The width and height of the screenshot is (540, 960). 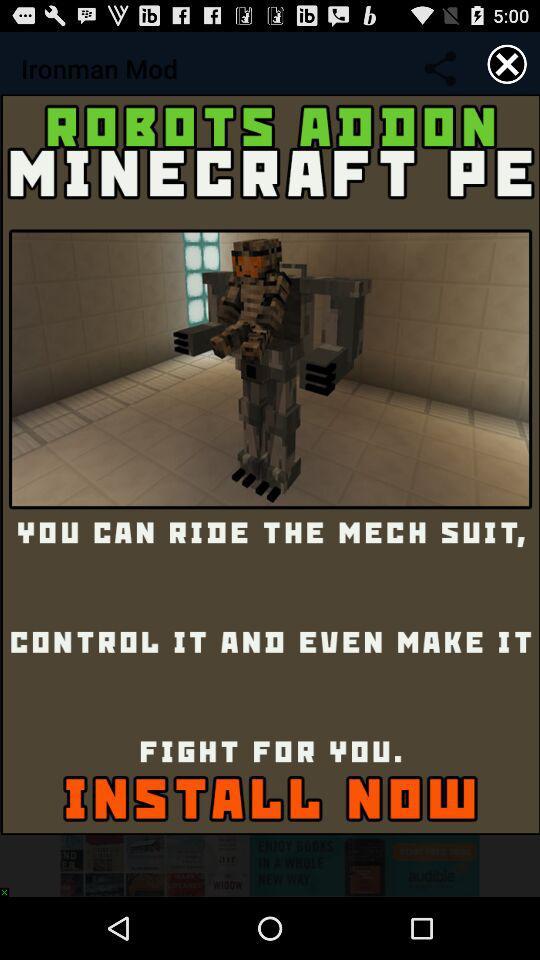 What do you see at coordinates (8, 886) in the screenshot?
I see `item at the bottom left corner` at bounding box center [8, 886].